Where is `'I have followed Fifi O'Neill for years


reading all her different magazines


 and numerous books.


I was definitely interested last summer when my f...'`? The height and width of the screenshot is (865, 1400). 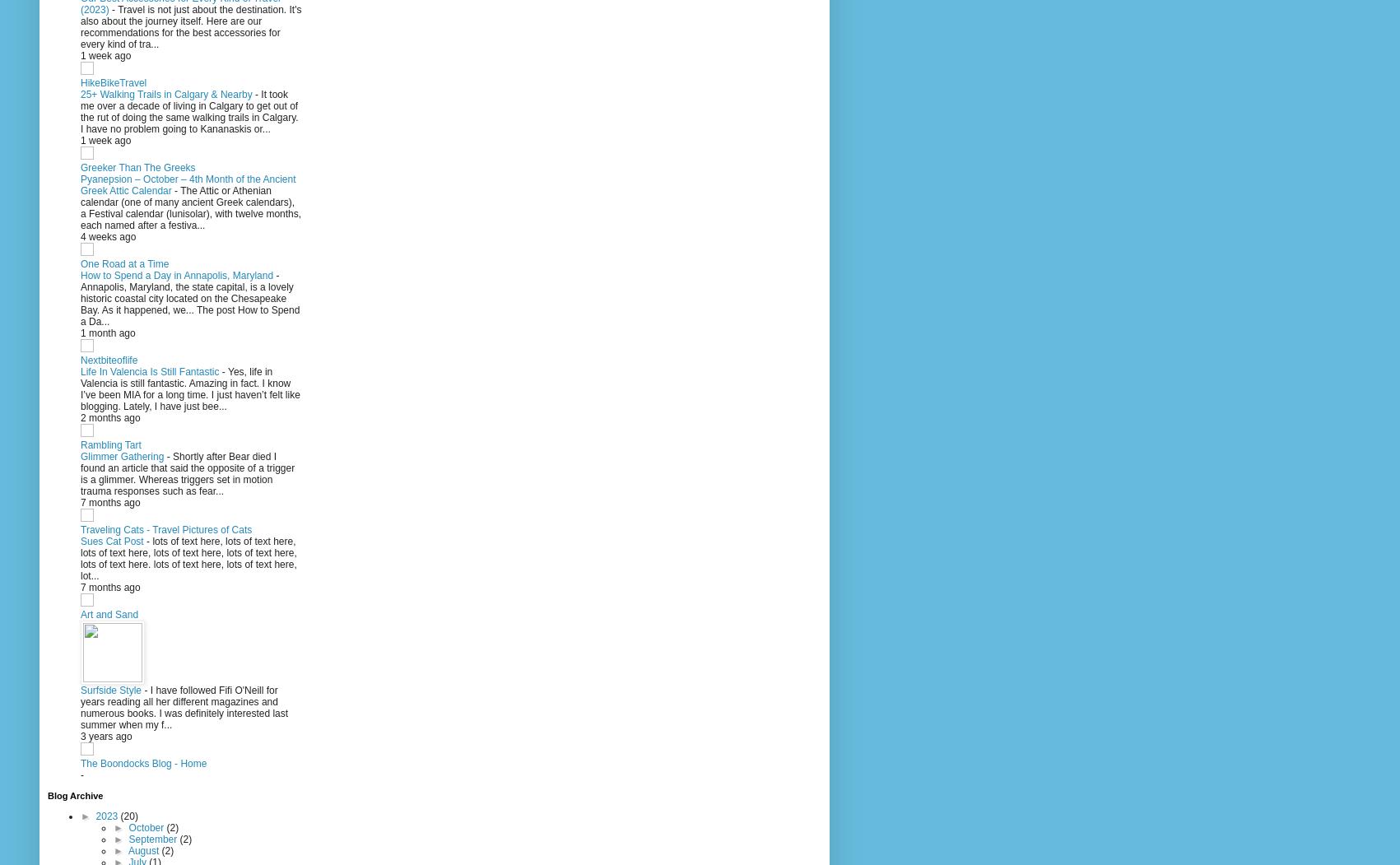
'I have followed Fifi O'Neill for years


reading all her different magazines


 and numerous books.


I was definitely interested last summer when my f...' is located at coordinates (184, 707).